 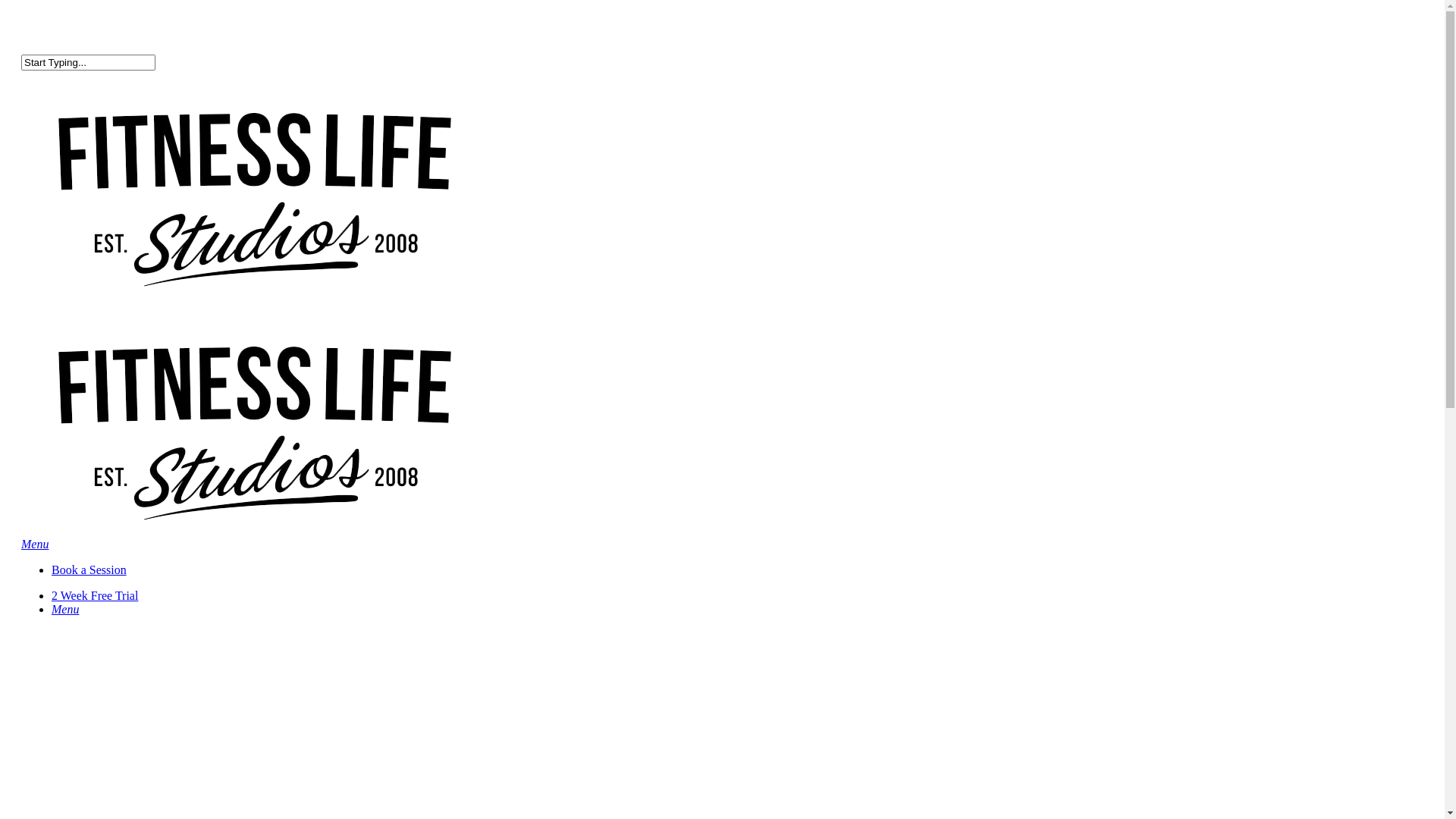 What do you see at coordinates (93, 595) in the screenshot?
I see `'2 Week Free Trial'` at bounding box center [93, 595].